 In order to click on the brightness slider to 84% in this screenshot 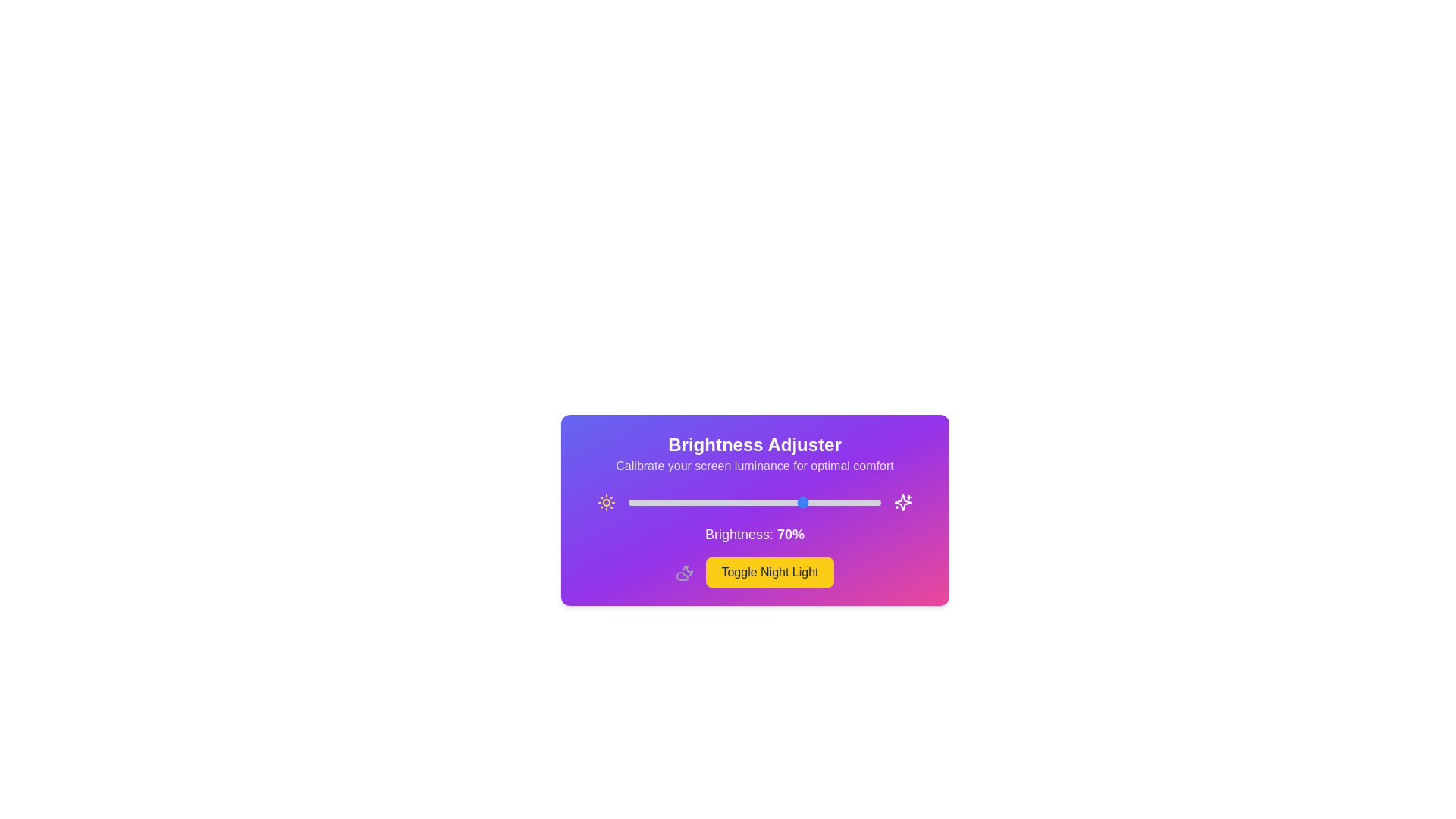, I will do `click(839, 503)`.